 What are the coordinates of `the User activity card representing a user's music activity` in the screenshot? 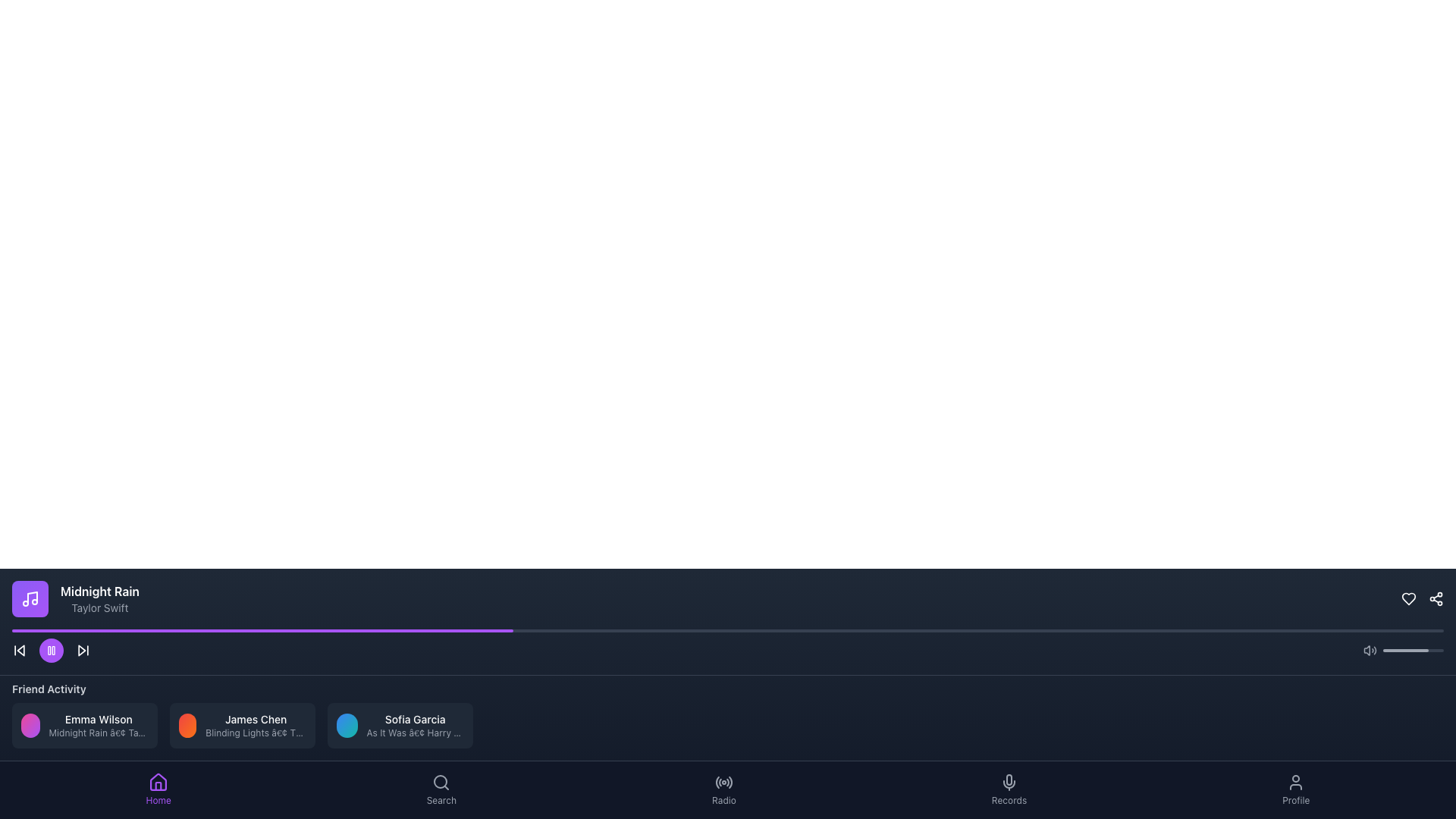 It's located at (83, 724).